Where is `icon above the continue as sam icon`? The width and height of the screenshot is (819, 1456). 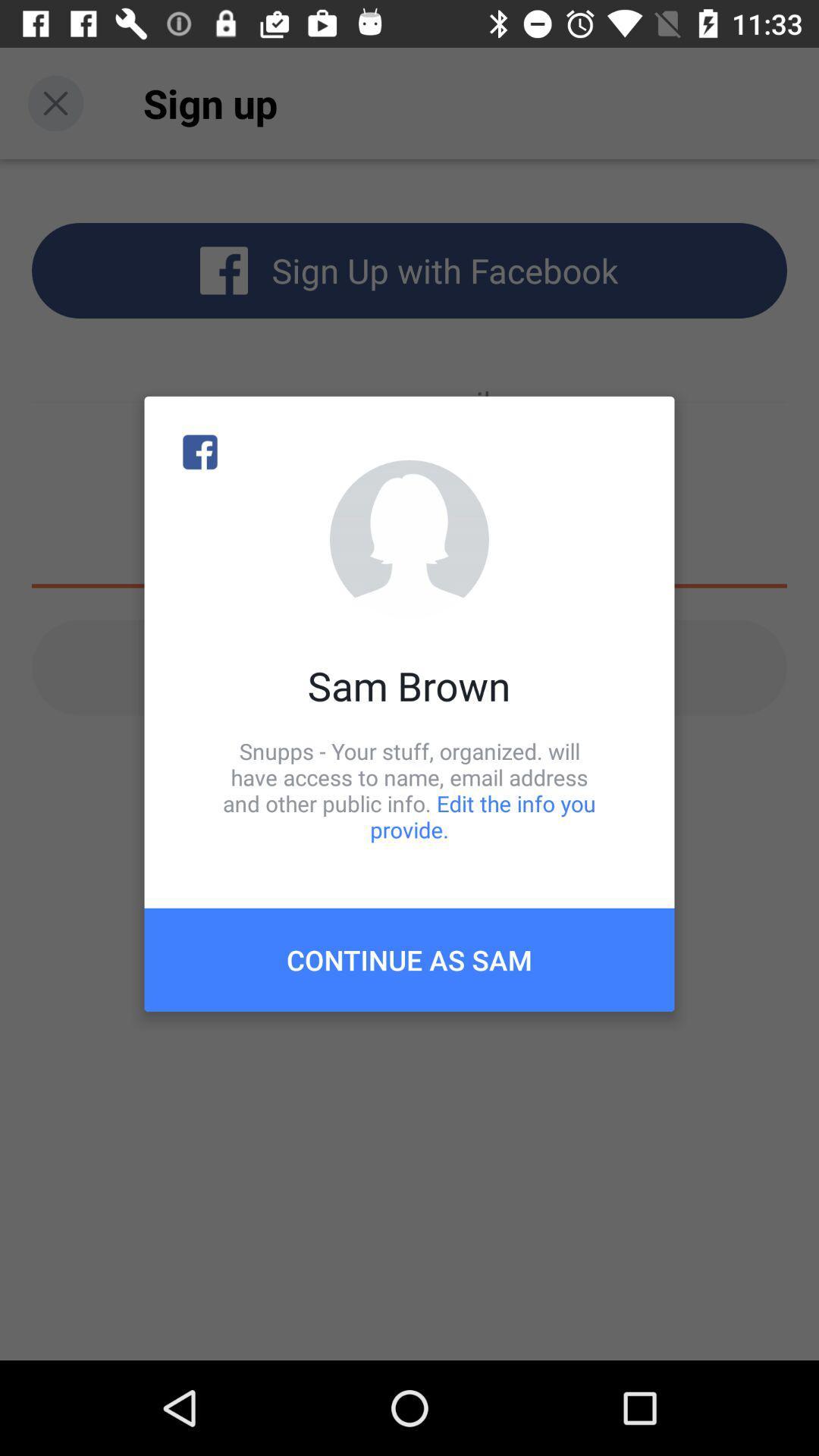
icon above the continue as sam icon is located at coordinates (409, 789).